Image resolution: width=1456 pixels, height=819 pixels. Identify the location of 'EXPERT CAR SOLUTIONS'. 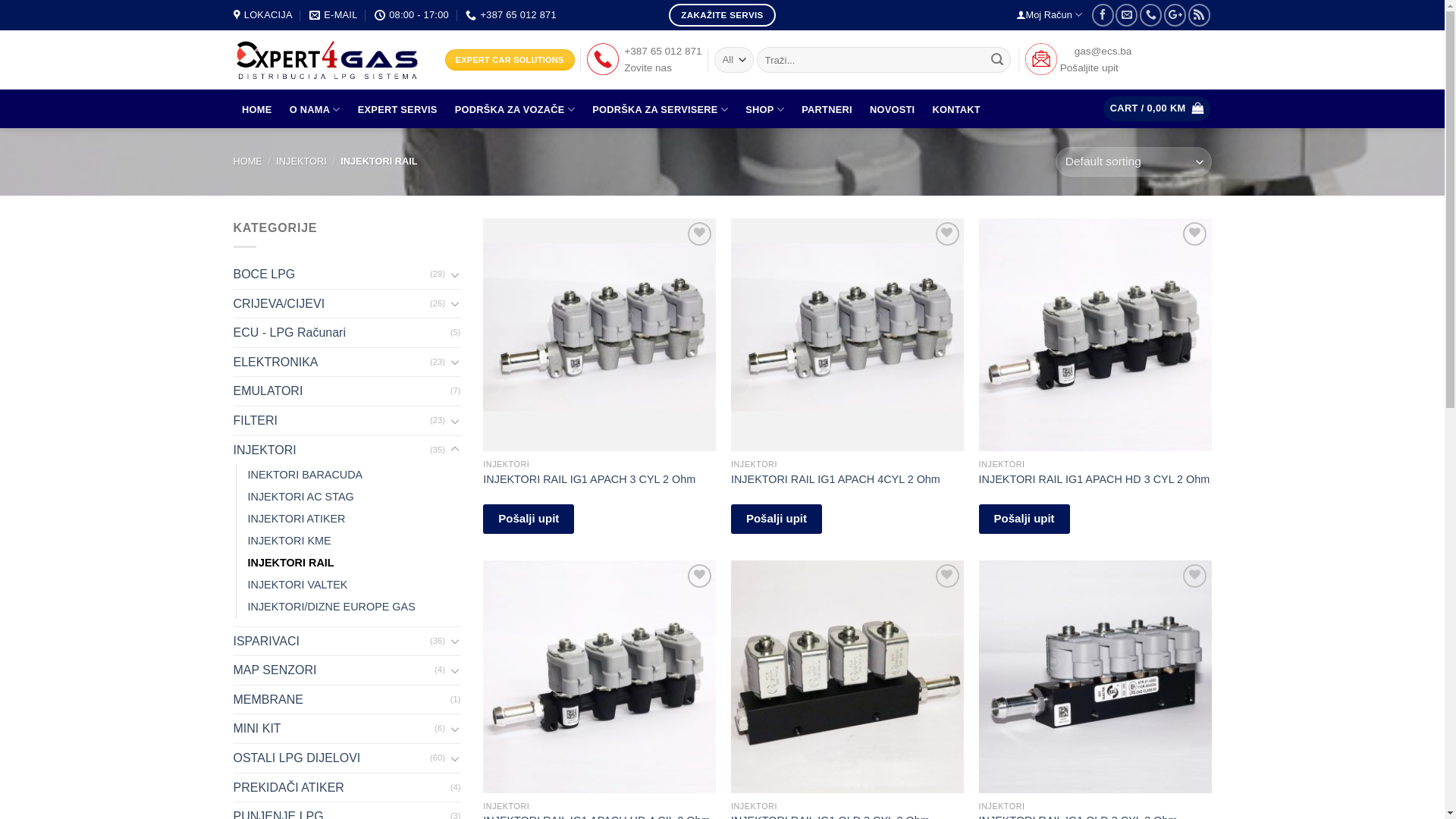
(509, 58).